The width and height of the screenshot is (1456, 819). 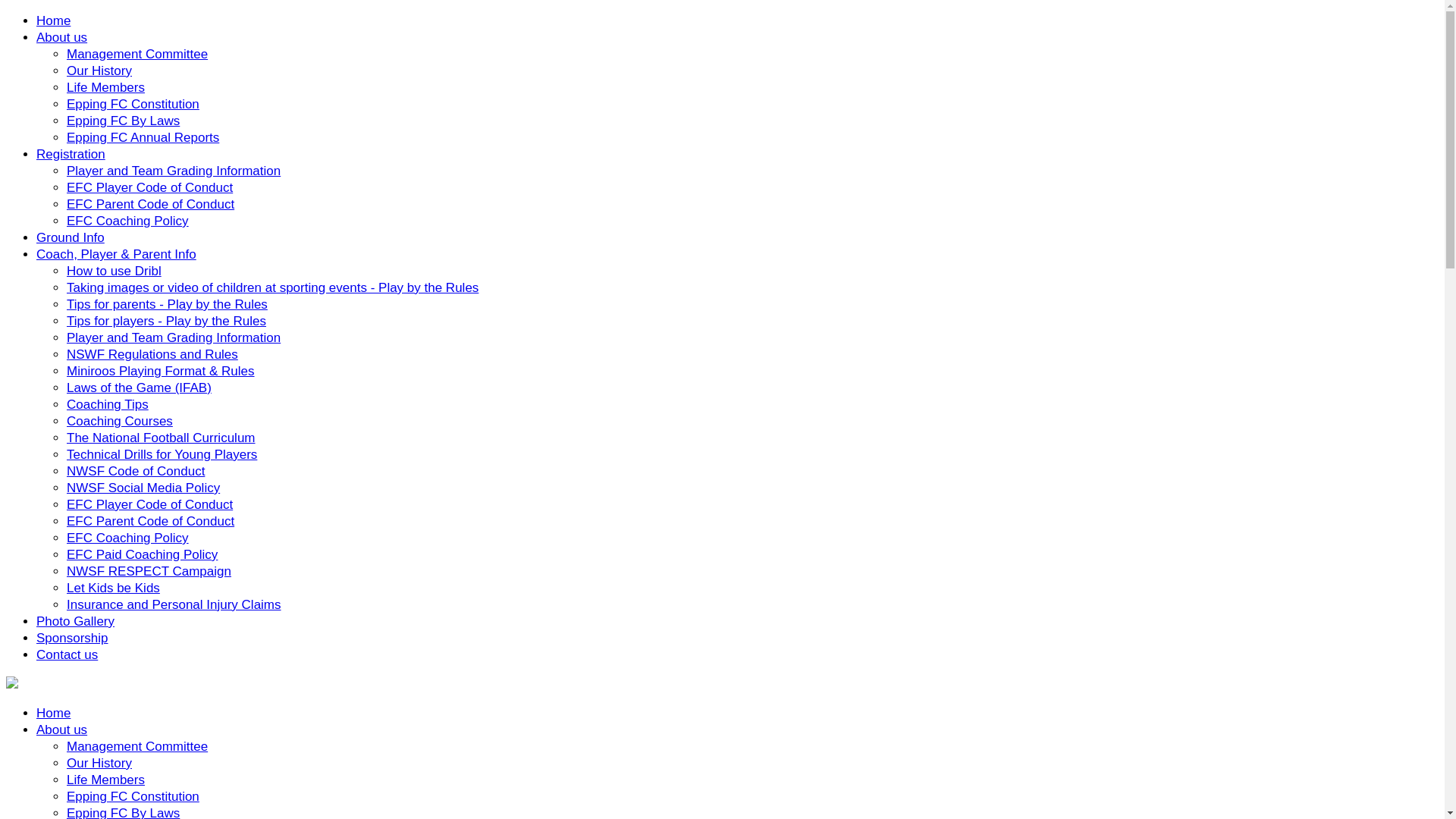 What do you see at coordinates (53, 20) in the screenshot?
I see `'Home'` at bounding box center [53, 20].